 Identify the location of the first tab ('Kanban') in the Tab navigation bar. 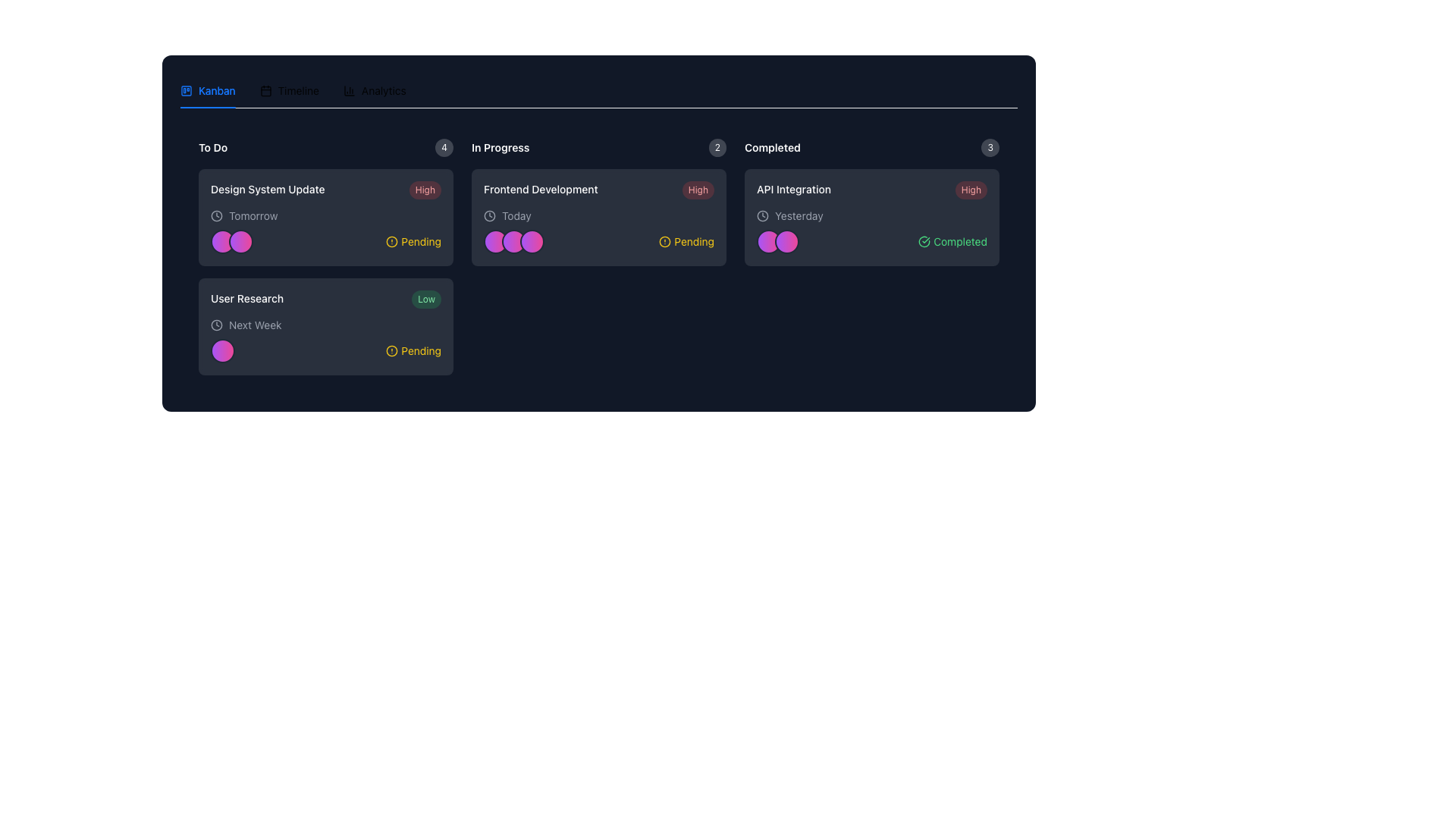
(293, 90).